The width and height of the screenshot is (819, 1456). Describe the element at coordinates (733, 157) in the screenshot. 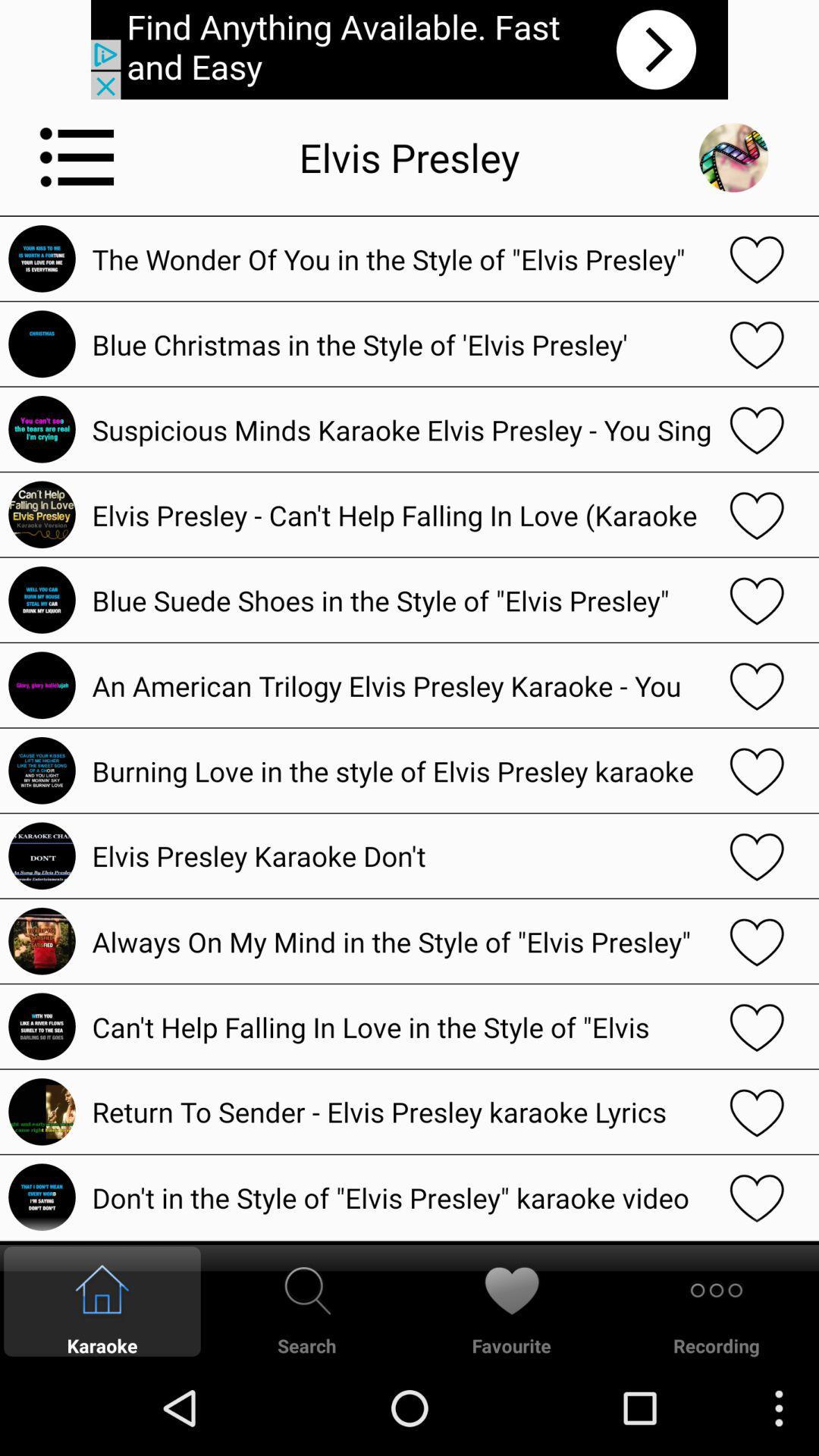

I see `profile picture` at that location.